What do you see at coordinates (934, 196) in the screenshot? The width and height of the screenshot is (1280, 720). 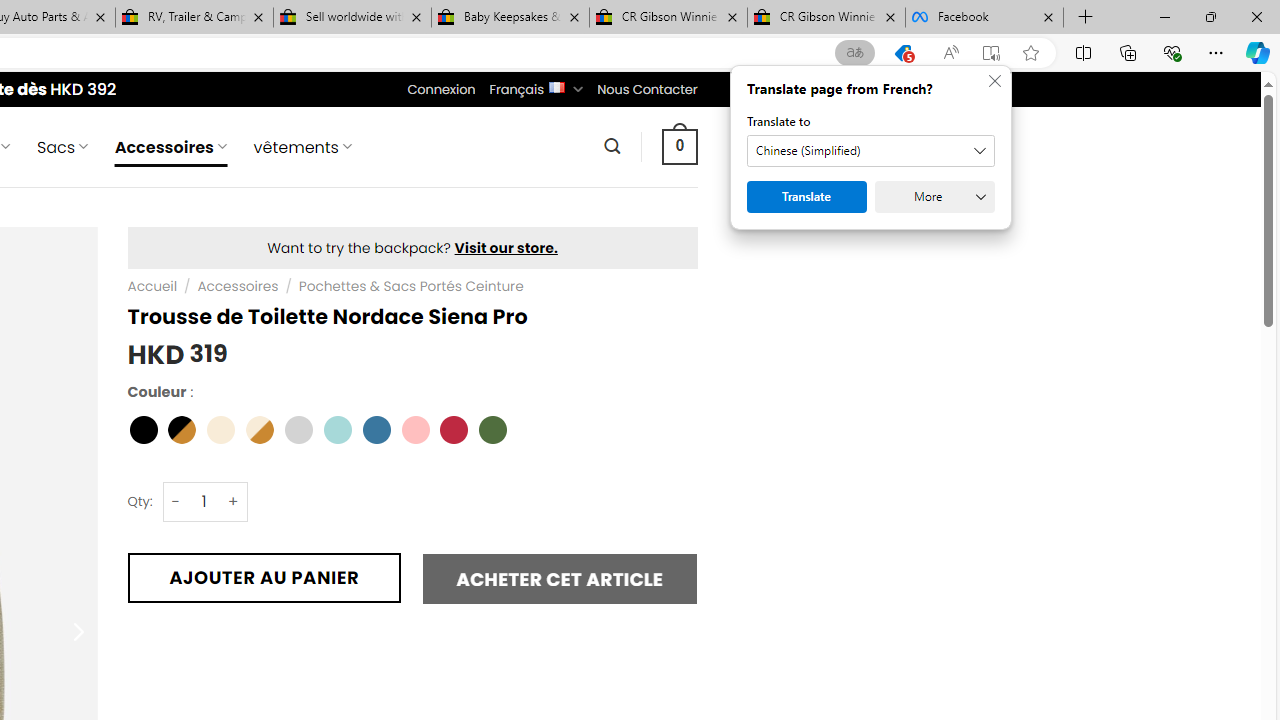 I see `'More'` at bounding box center [934, 196].